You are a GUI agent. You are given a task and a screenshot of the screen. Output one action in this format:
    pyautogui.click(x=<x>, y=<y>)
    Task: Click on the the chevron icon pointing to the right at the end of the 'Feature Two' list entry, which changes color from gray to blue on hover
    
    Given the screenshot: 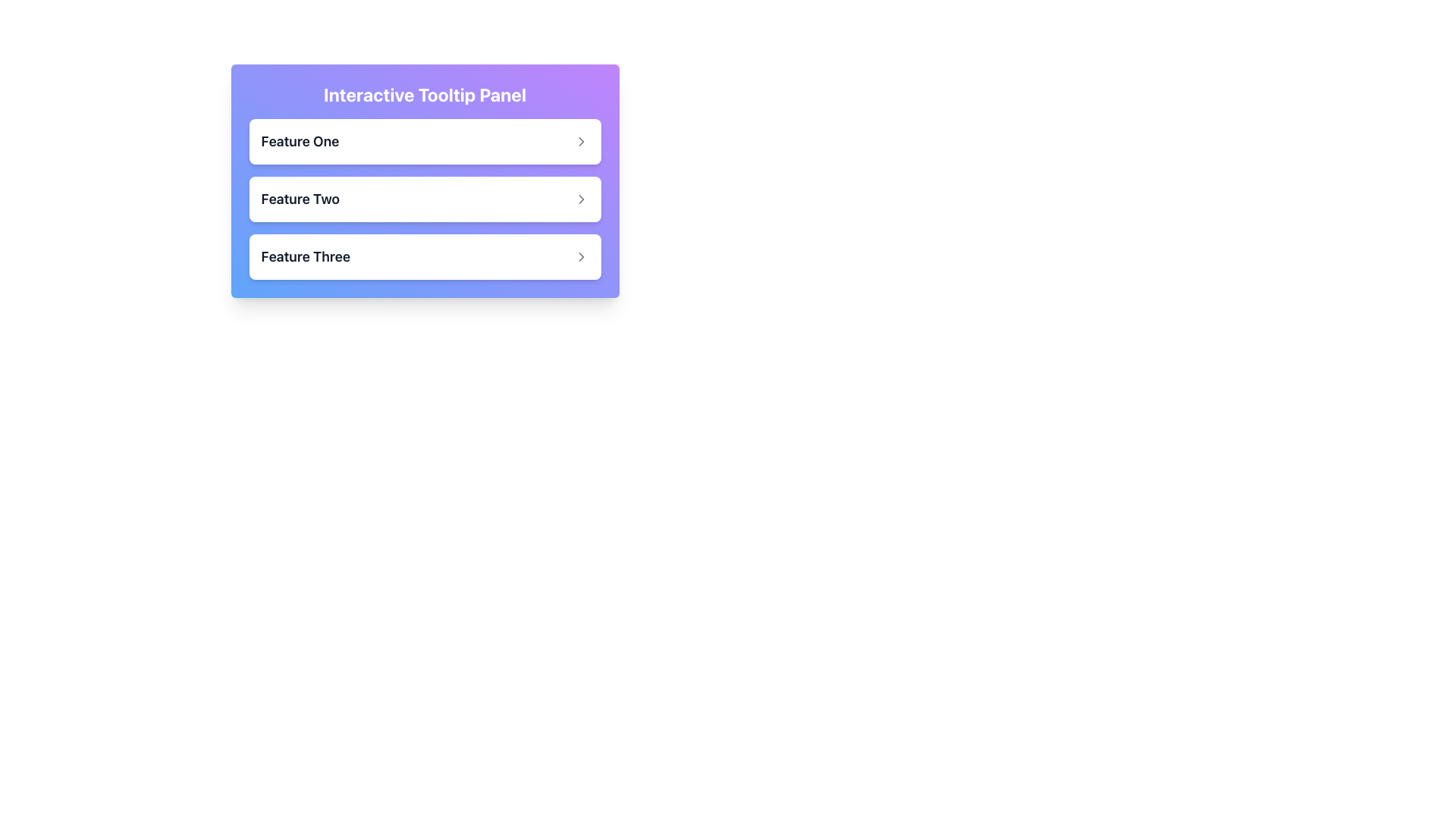 What is the action you would take?
    pyautogui.click(x=580, y=198)
    